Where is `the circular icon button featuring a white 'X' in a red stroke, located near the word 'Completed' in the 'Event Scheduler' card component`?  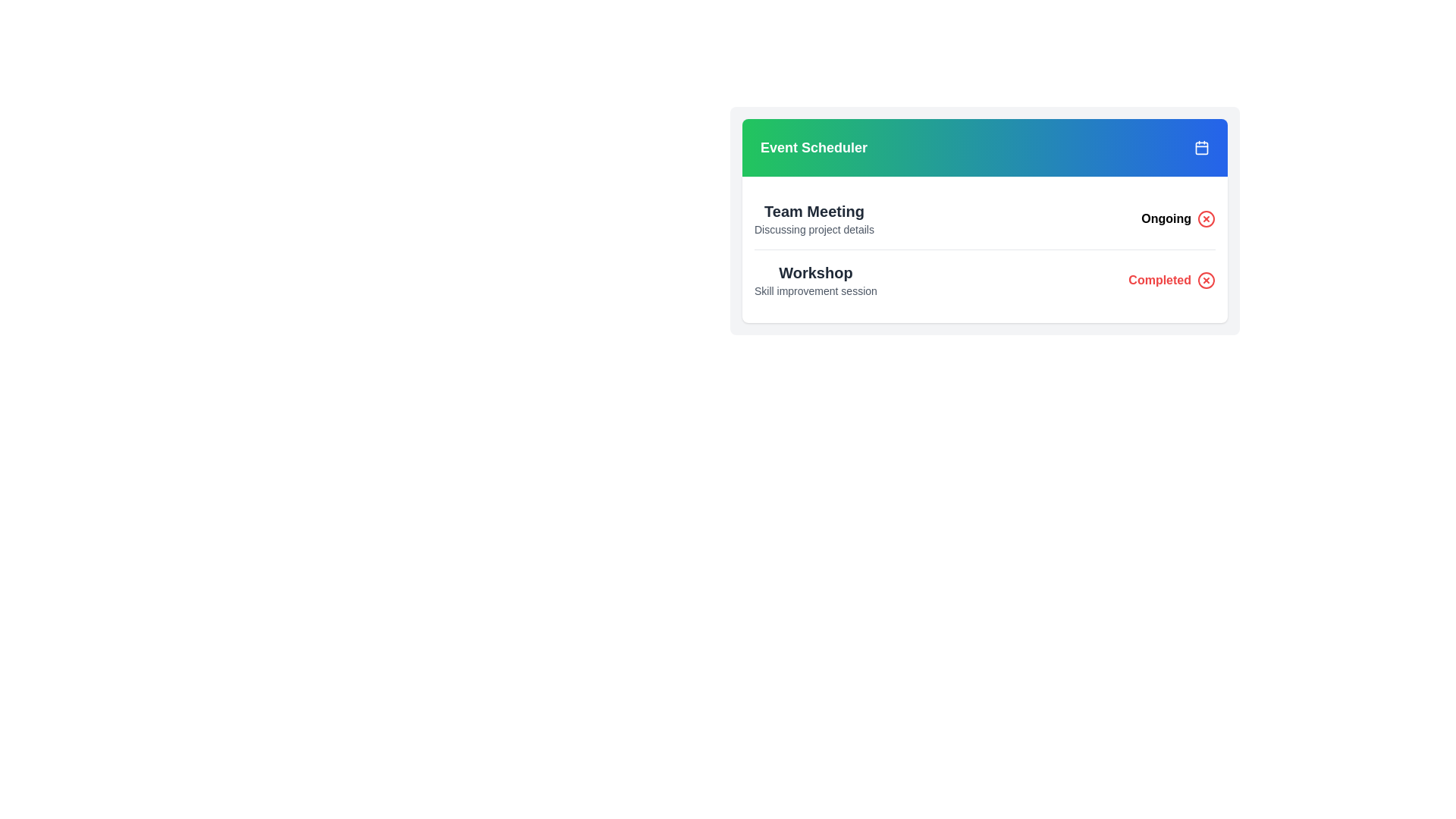 the circular icon button featuring a white 'X' in a red stroke, located near the word 'Completed' in the 'Event Scheduler' card component is located at coordinates (1205, 281).